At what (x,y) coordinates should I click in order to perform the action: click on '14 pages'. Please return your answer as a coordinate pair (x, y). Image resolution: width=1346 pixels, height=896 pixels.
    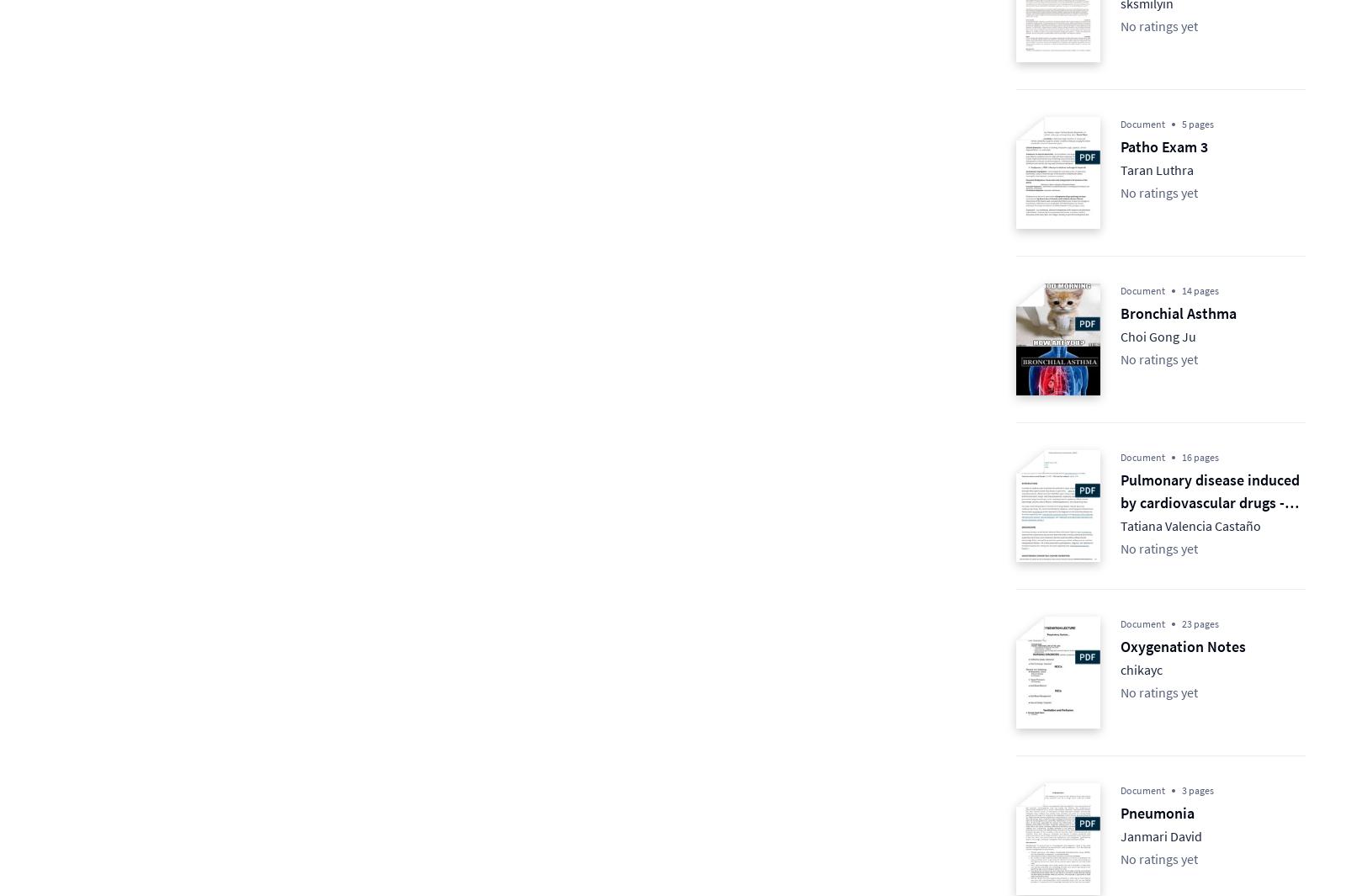
    Looking at the image, I should click on (1200, 289).